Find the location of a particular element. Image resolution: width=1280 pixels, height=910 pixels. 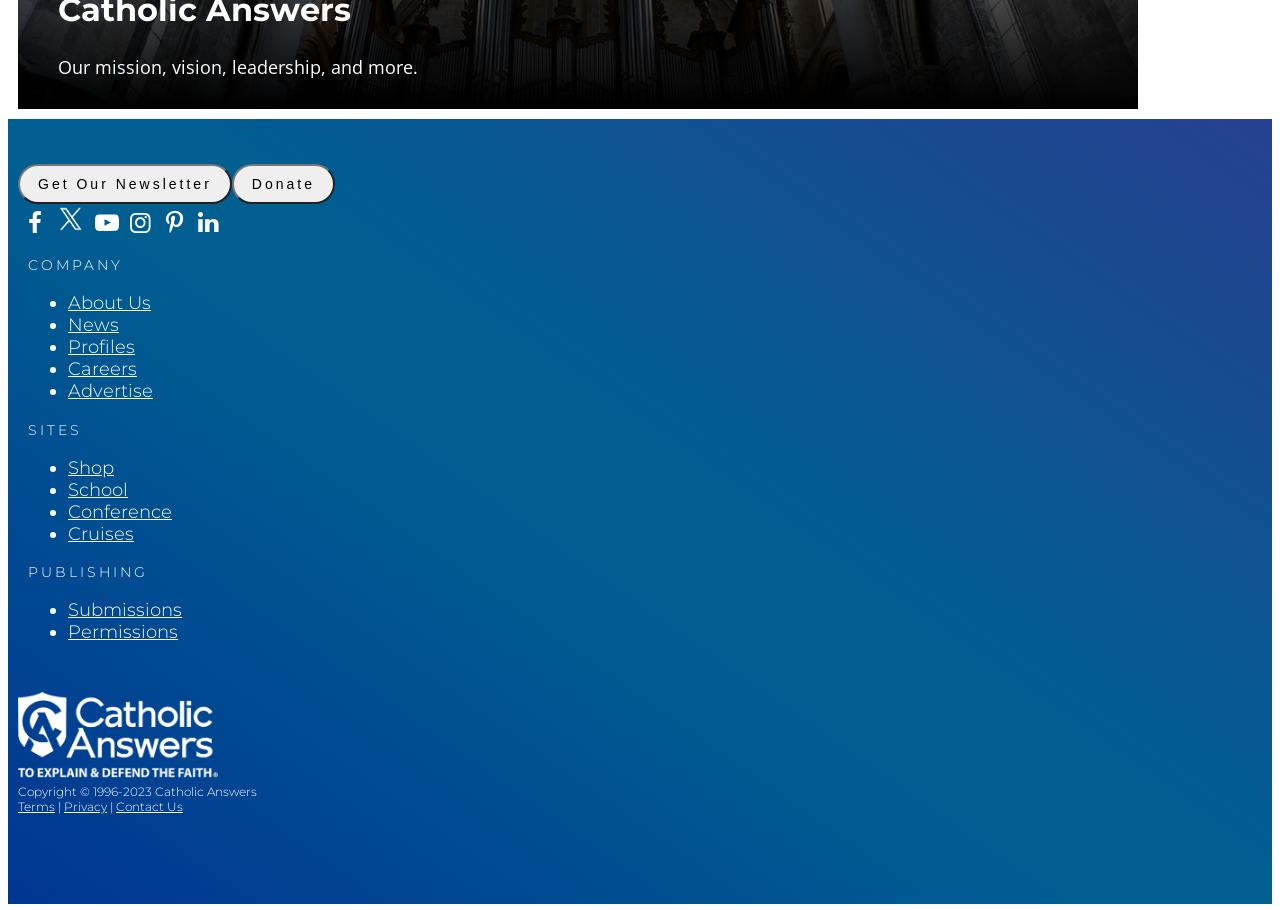

'Donate' is located at coordinates (250, 184).